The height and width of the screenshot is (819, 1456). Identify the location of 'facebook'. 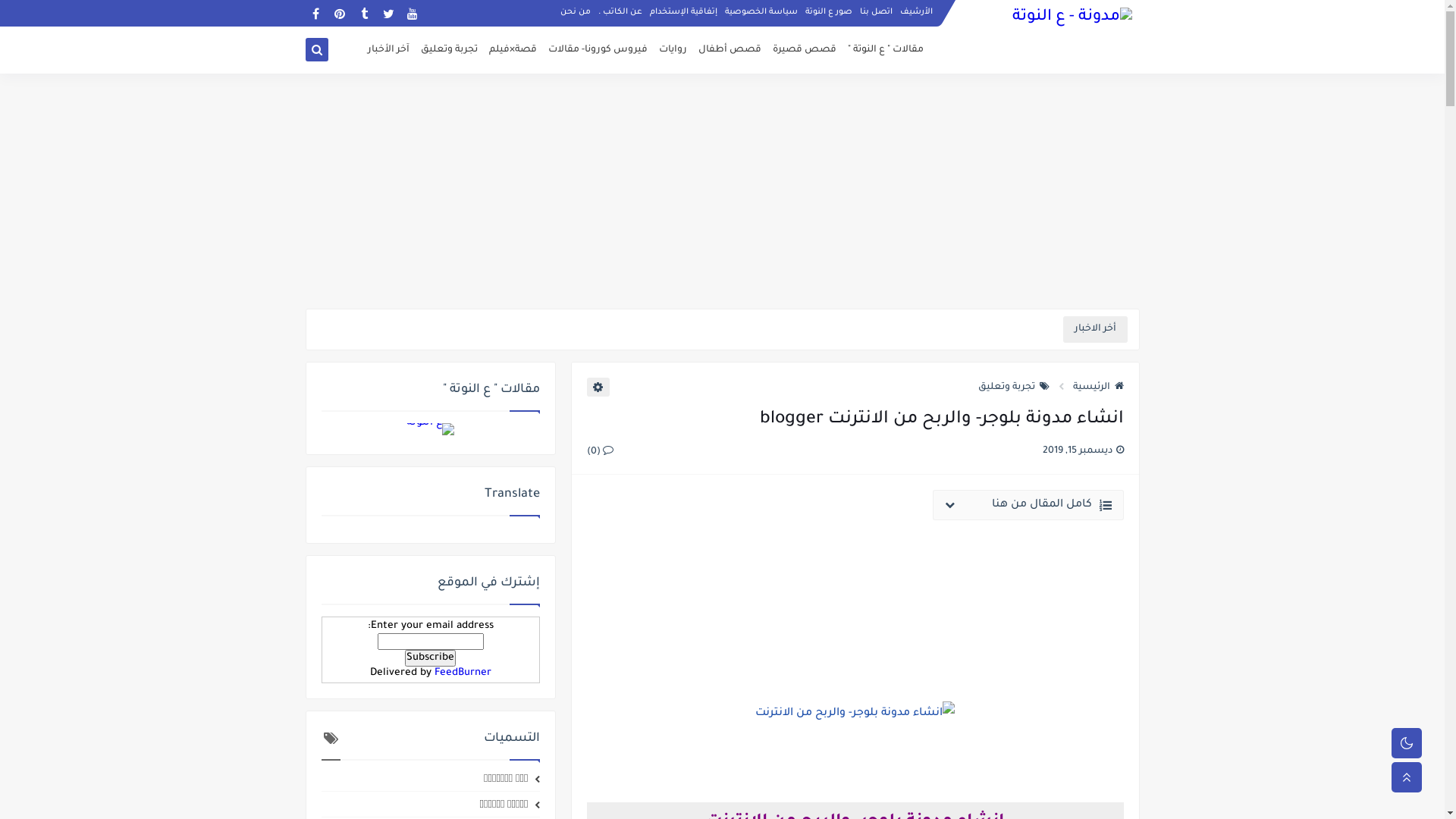
(314, 13).